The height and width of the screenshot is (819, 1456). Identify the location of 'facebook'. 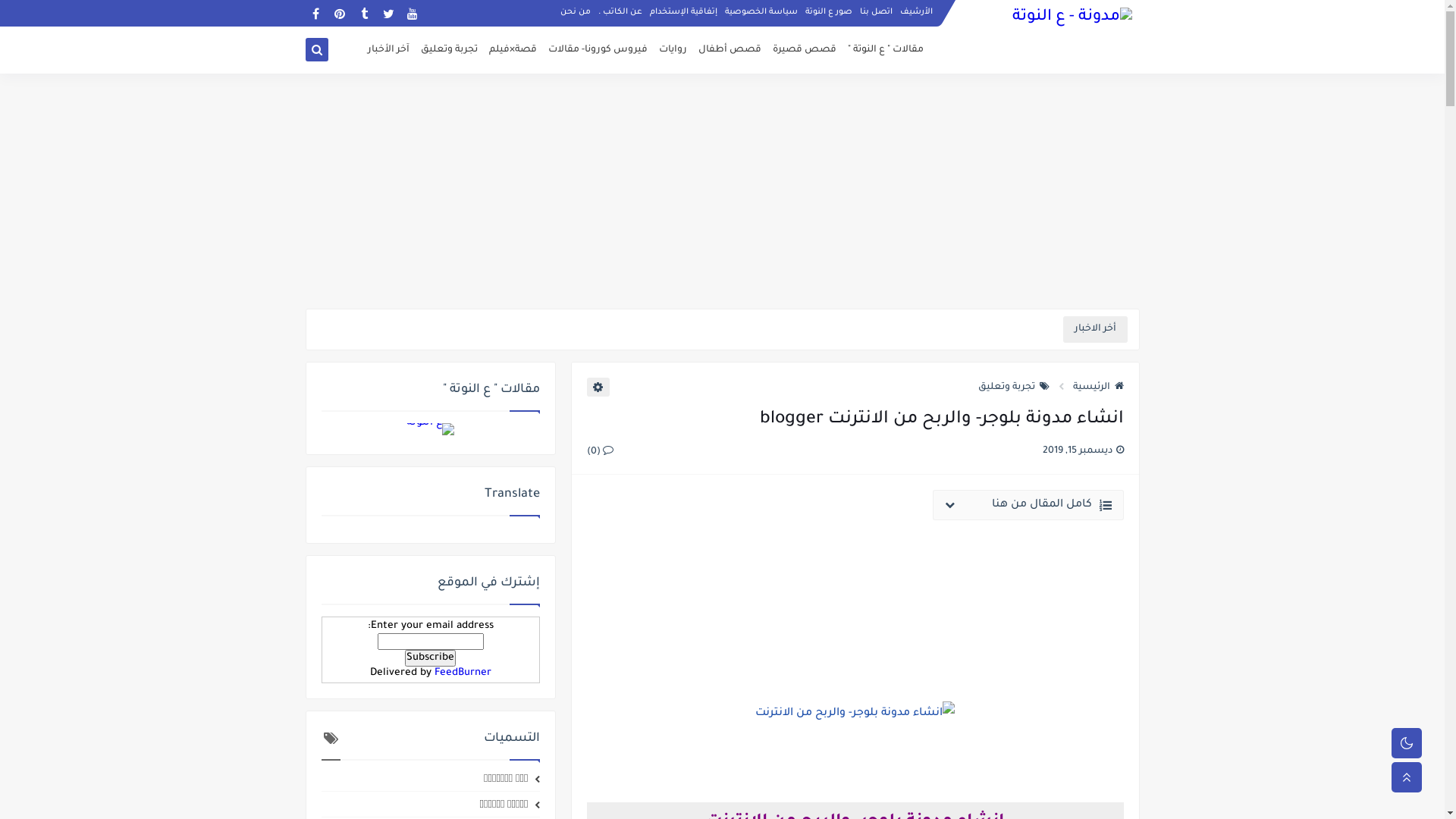
(314, 13).